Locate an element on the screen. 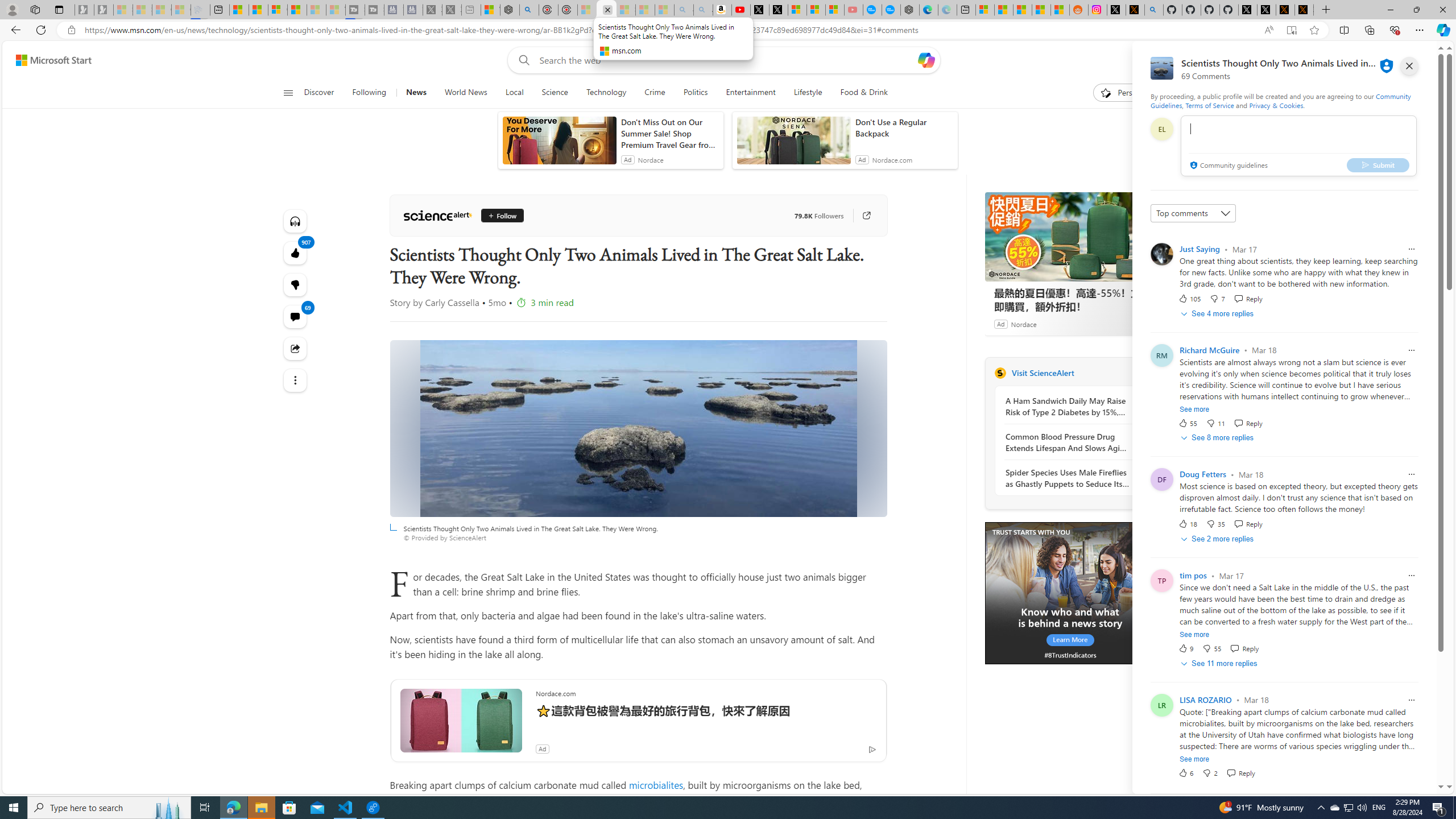 This screenshot has height=819, width=1456. 'Follow' is located at coordinates (502, 216).